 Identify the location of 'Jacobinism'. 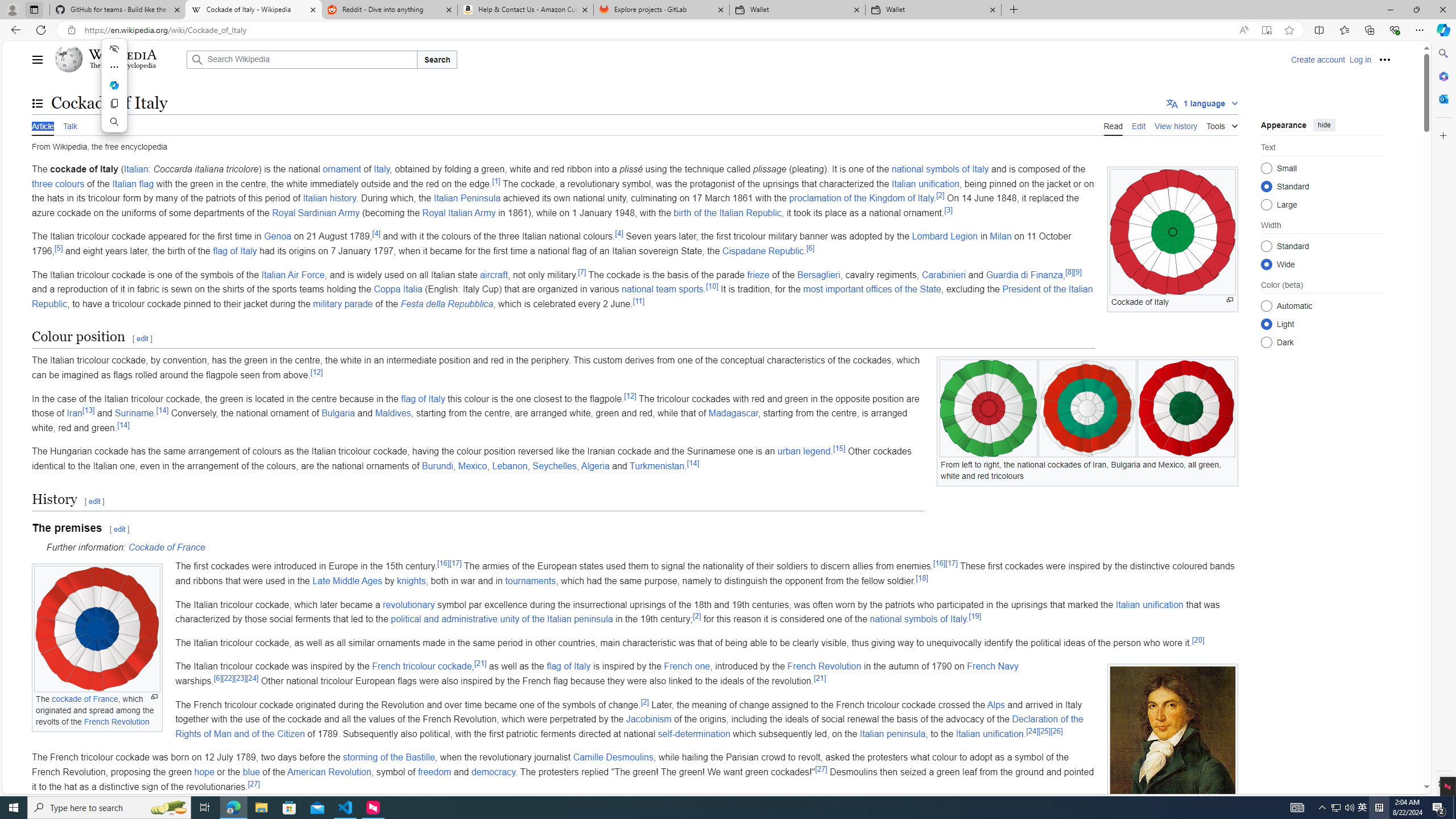
(648, 719).